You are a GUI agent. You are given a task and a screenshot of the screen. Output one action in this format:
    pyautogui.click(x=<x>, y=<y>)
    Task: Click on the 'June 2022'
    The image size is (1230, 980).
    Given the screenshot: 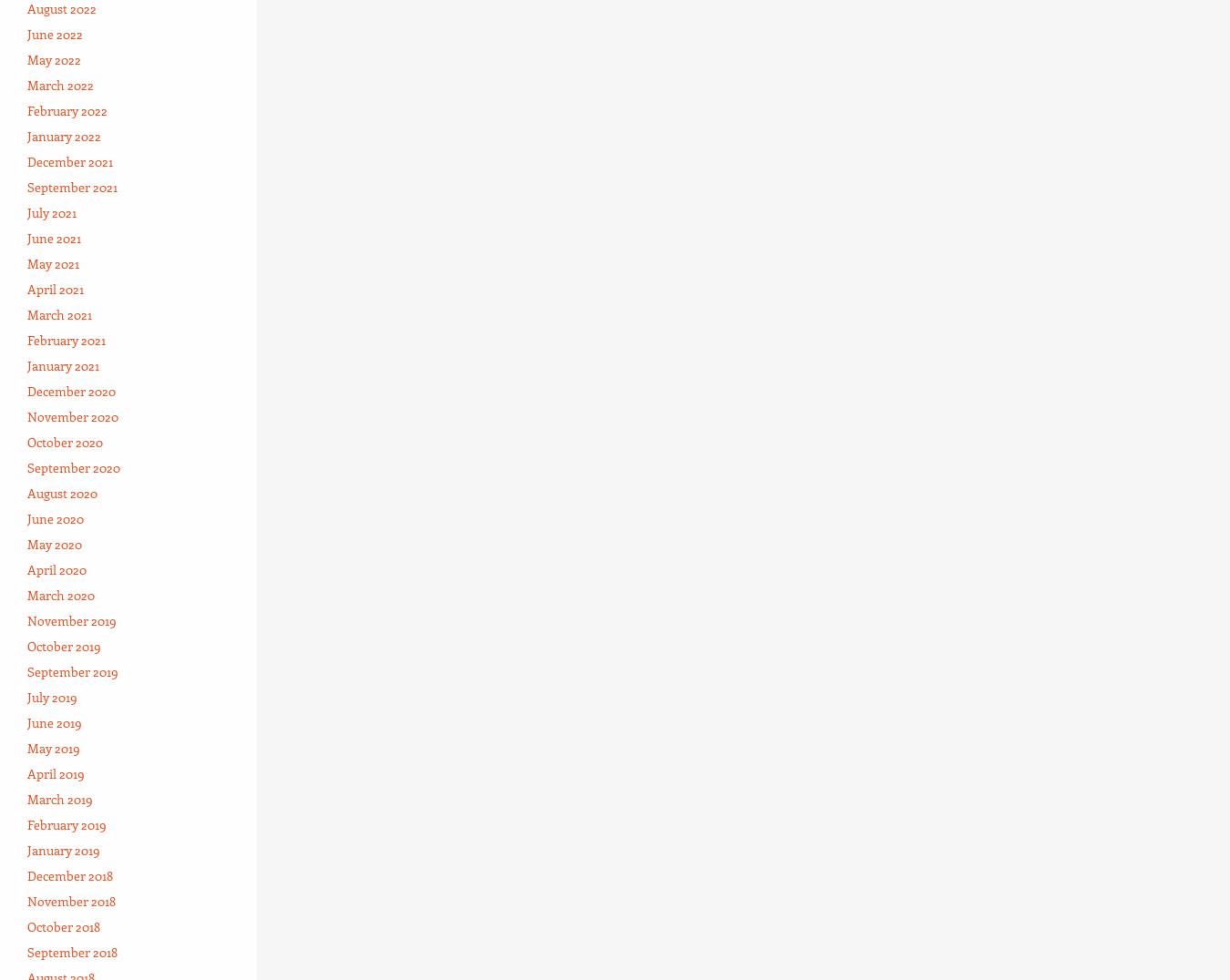 What is the action you would take?
    pyautogui.click(x=54, y=32)
    